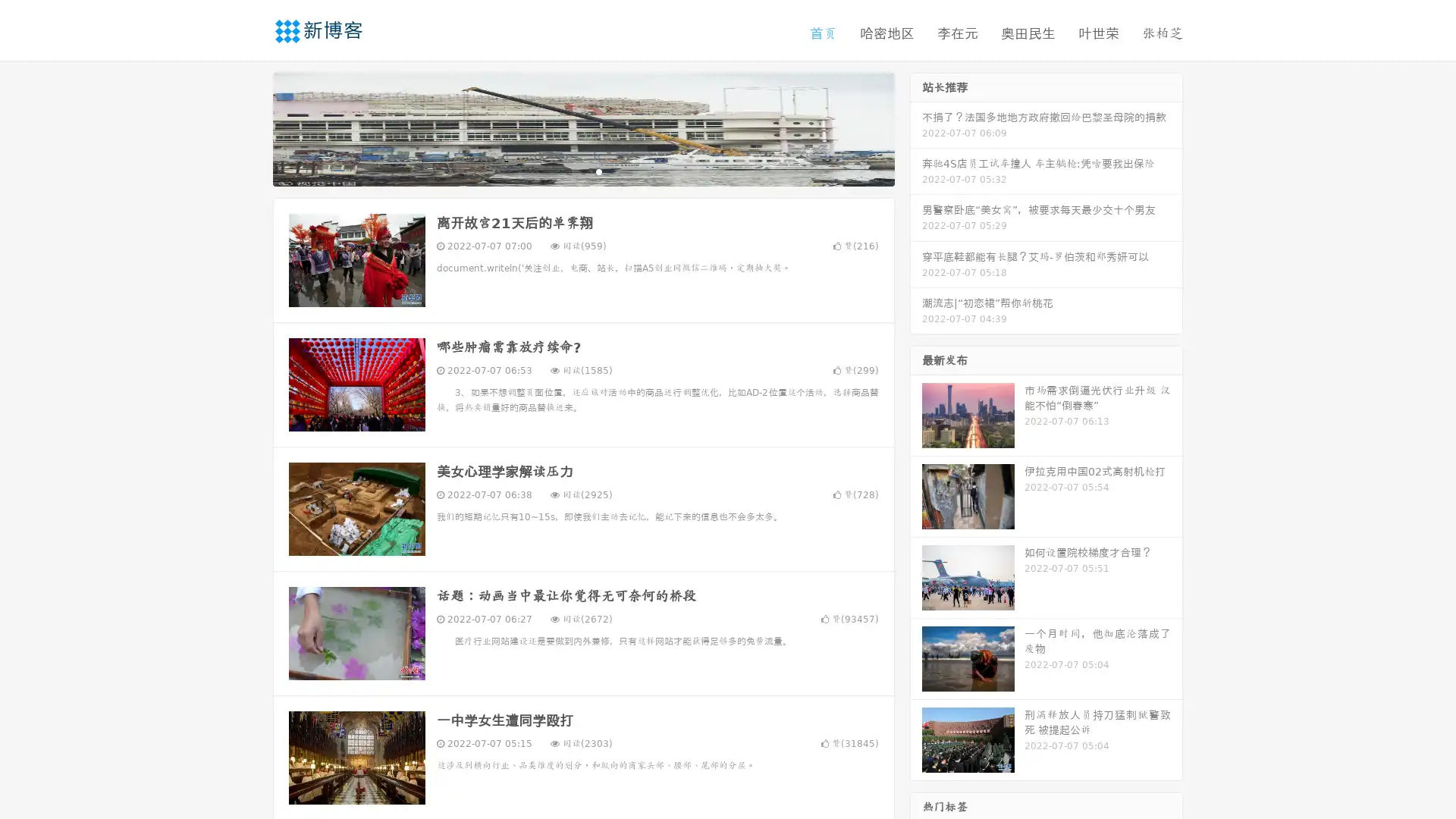 The image size is (1456, 819). Describe the element at coordinates (582, 171) in the screenshot. I see `Go to slide 2` at that location.